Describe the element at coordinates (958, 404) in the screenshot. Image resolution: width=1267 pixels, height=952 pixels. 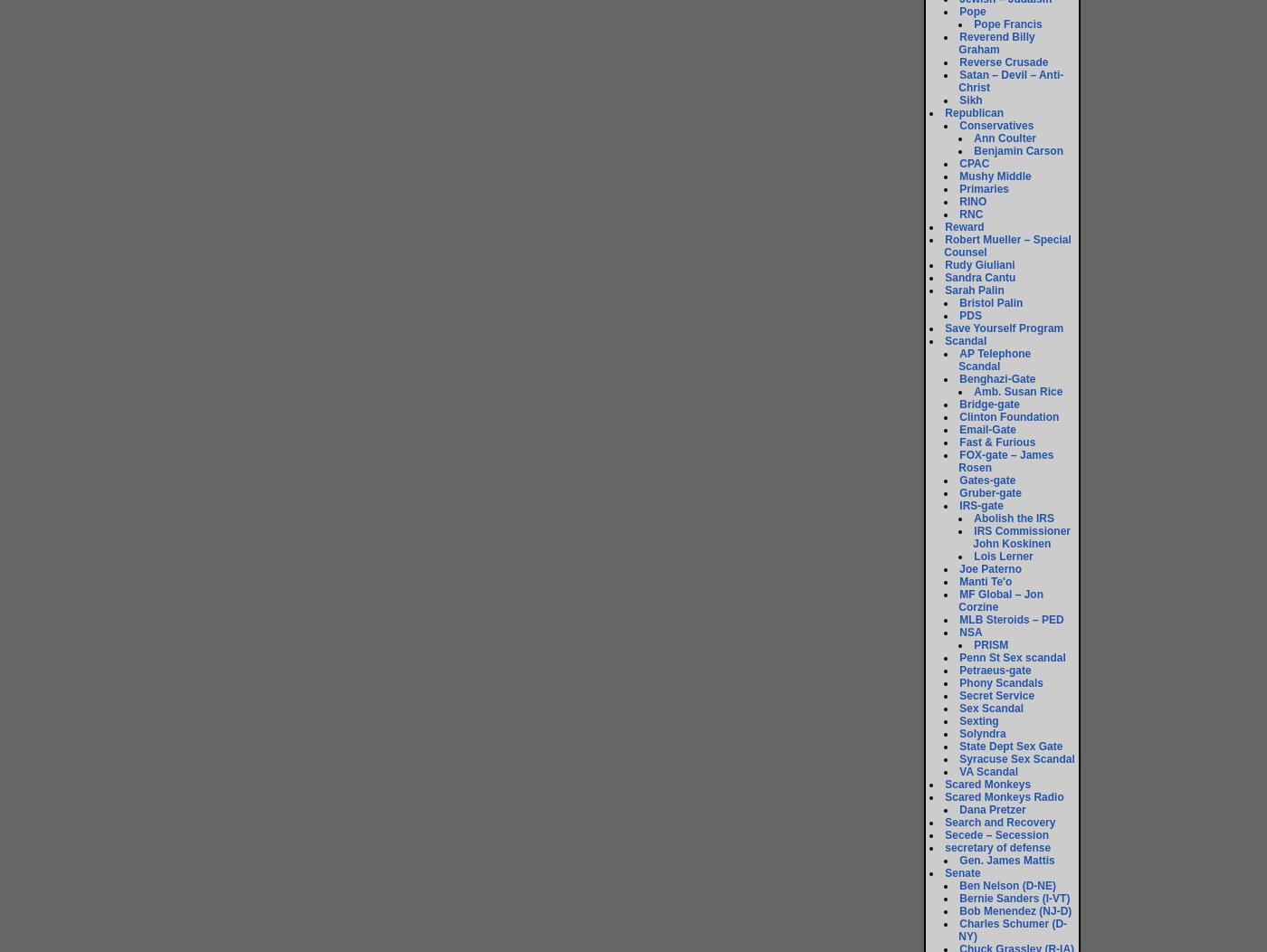
I see `'Bridge-gate'` at that location.